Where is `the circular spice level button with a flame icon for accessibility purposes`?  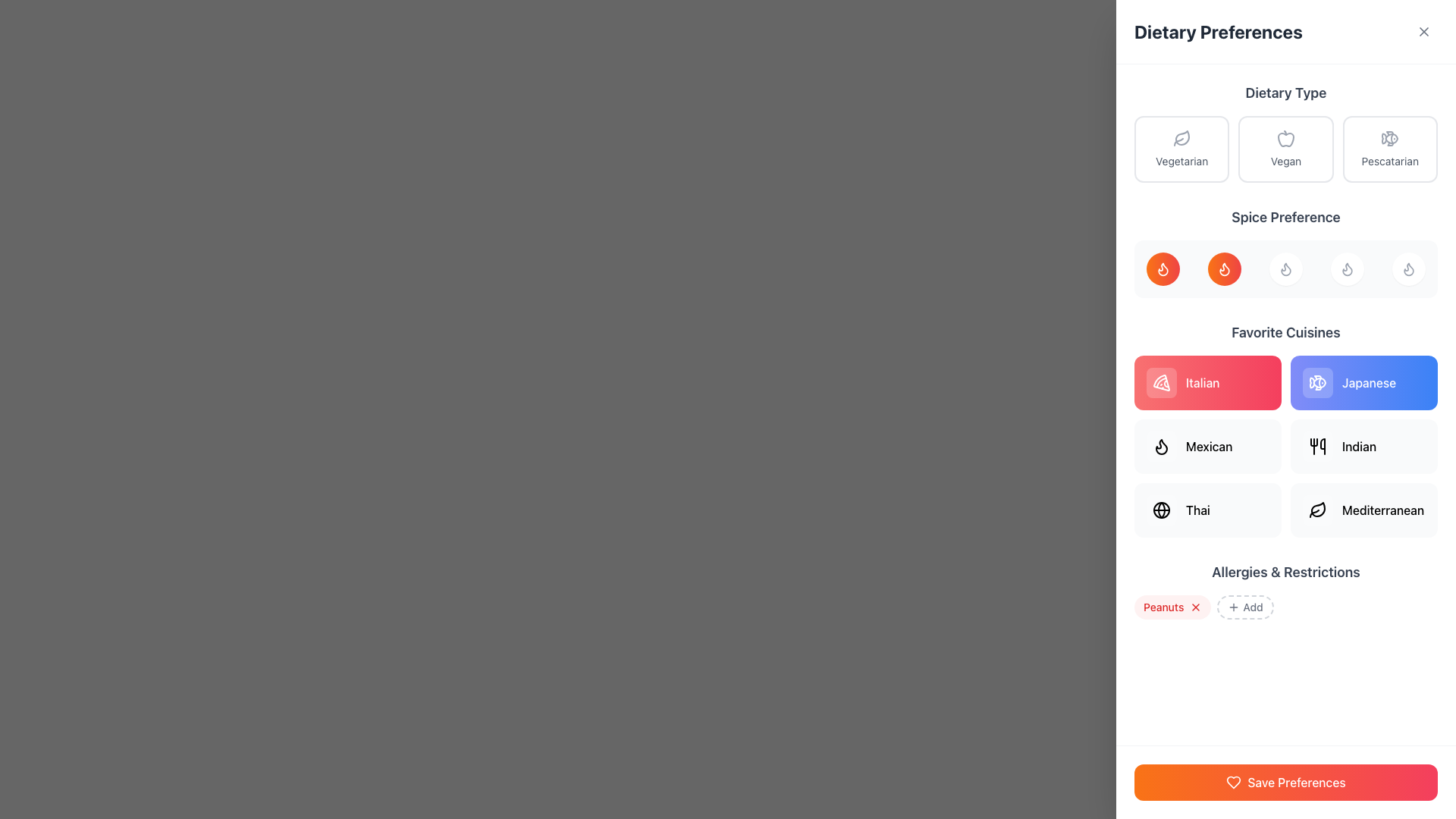 the circular spice level button with a flame icon for accessibility purposes is located at coordinates (1285, 251).